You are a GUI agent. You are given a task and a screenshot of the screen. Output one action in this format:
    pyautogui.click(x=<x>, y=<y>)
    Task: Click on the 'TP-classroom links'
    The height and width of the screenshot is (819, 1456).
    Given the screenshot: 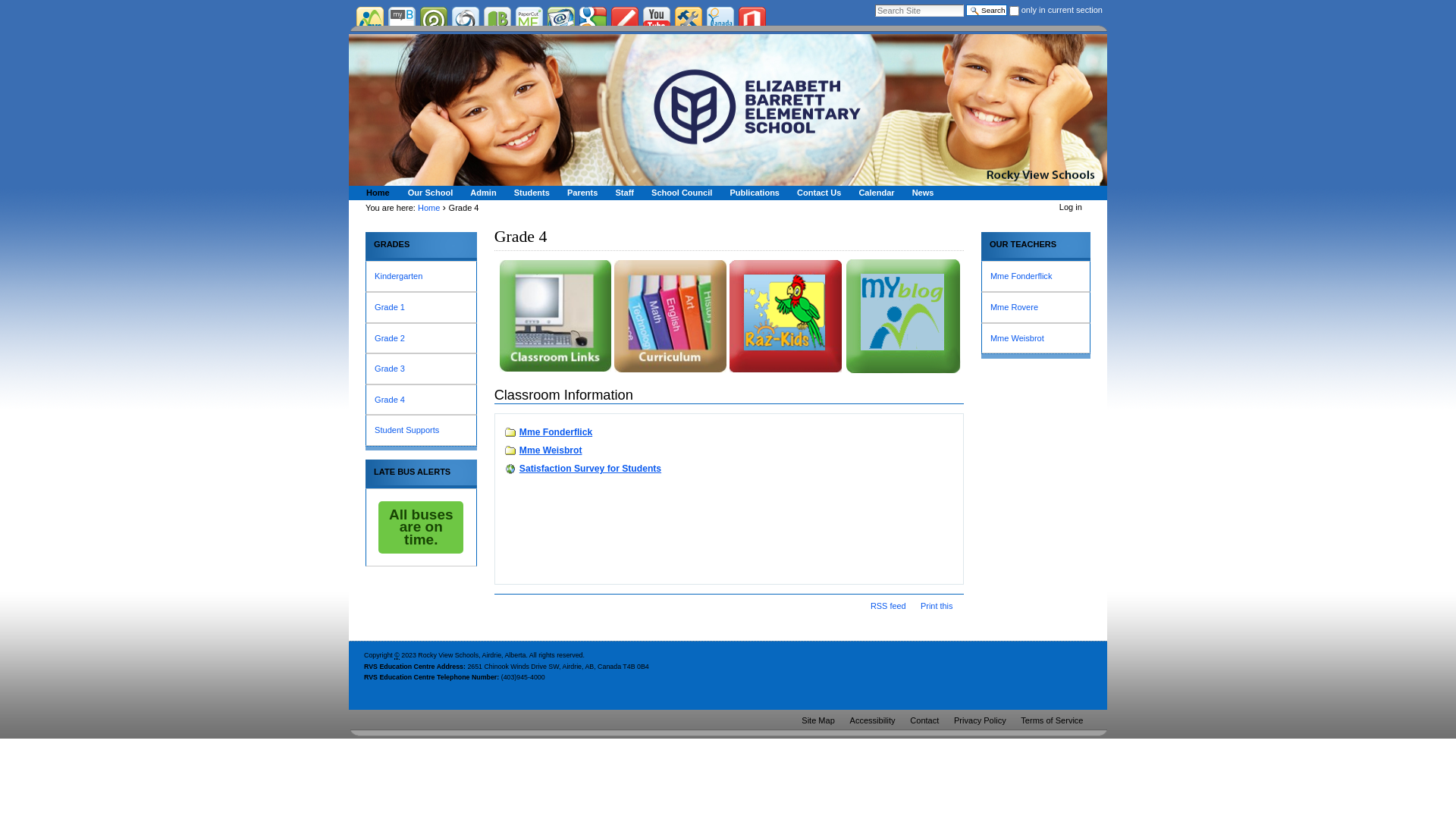 What is the action you would take?
    pyautogui.click(x=499, y=315)
    